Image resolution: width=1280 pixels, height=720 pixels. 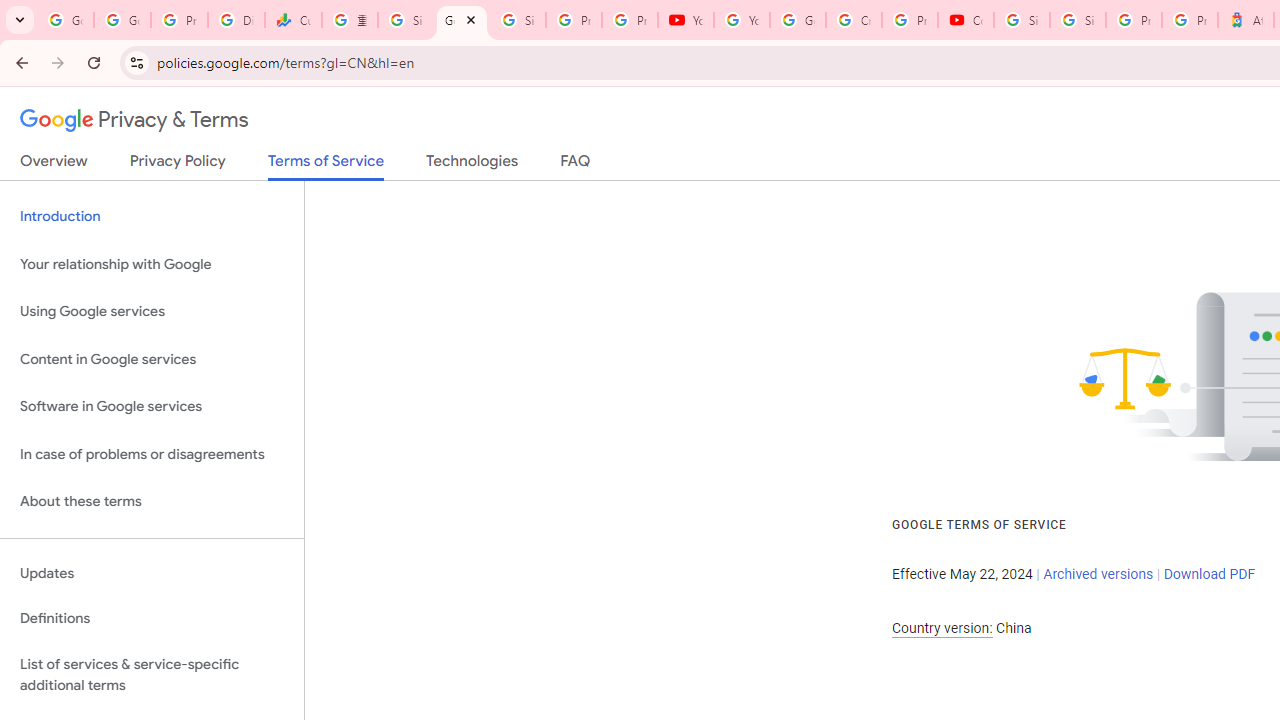 I want to click on 'Currencies - Google Finance', so click(x=292, y=20).